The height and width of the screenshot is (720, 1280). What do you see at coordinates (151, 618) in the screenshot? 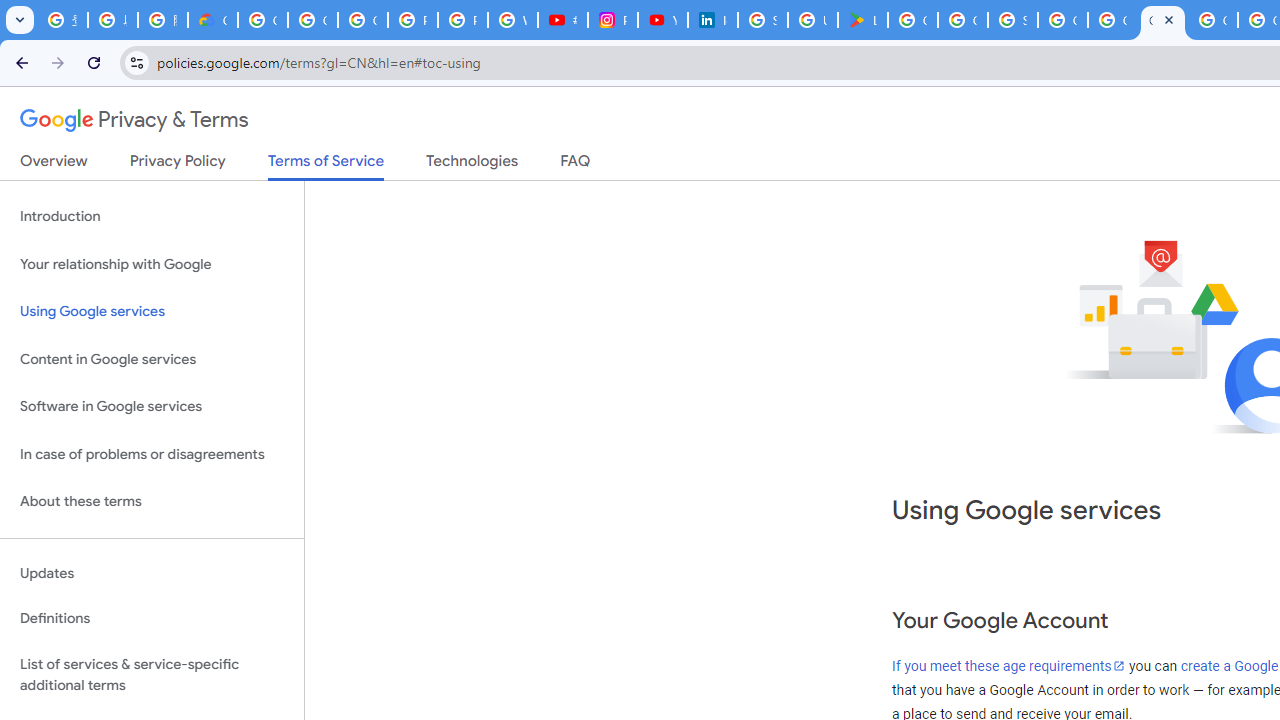
I see `'Definitions'` at bounding box center [151, 618].